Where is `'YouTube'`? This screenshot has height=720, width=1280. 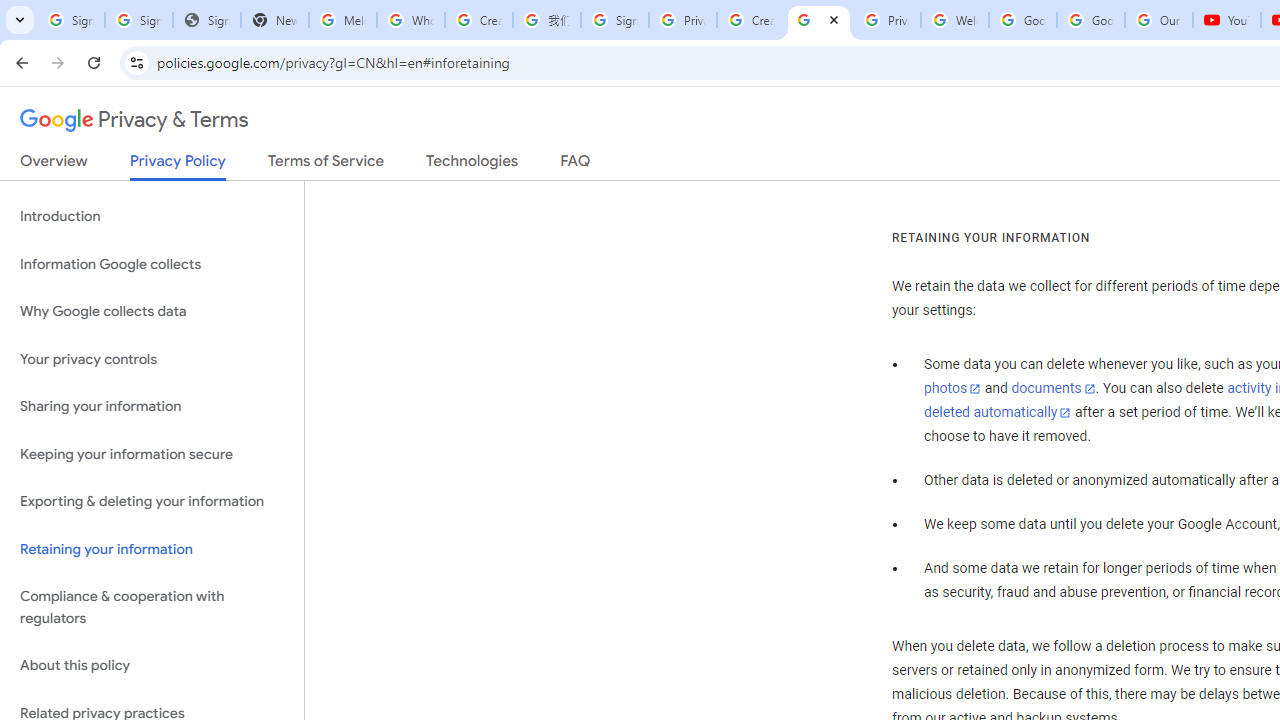 'YouTube' is located at coordinates (1225, 20).